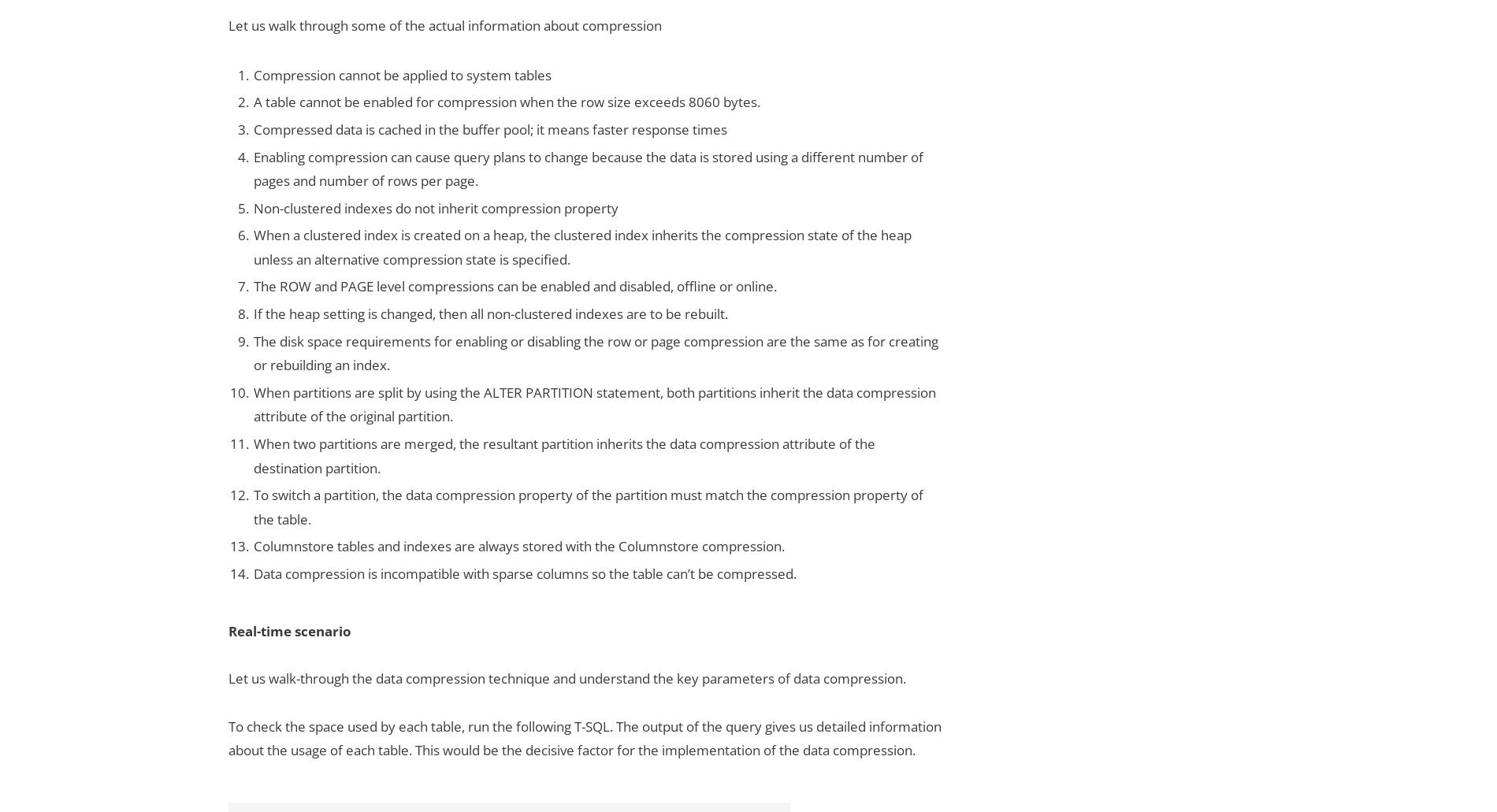  What do you see at coordinates (436, 207) in the screenshot?
I see `'Non-clustered indexes do not inherit compression property'` at bounding box center [436, 207].